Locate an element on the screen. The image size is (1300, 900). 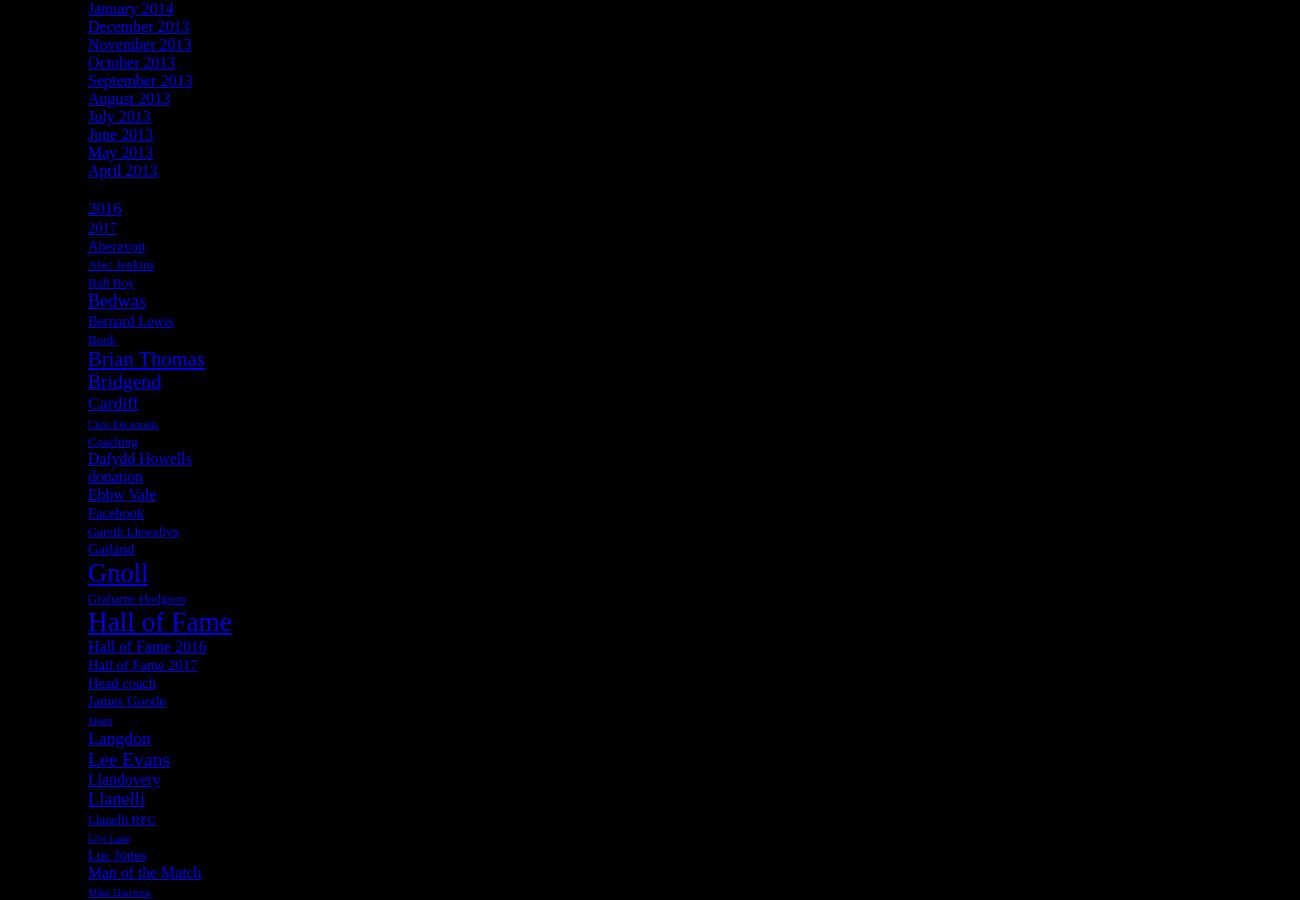
'Mike Harrison' is located at coordinates (117, 891).